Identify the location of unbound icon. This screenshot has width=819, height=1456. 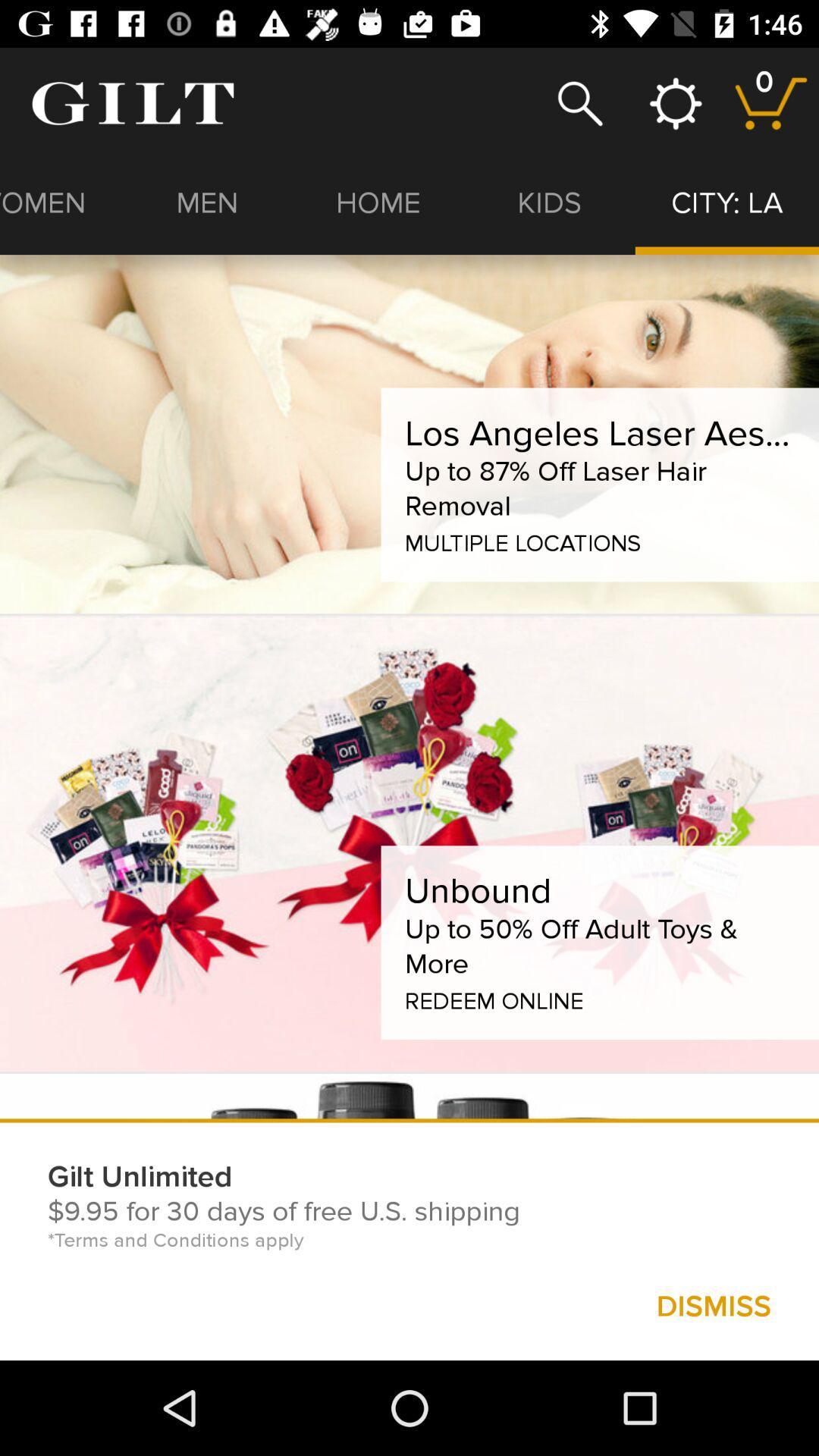
(478, 891).